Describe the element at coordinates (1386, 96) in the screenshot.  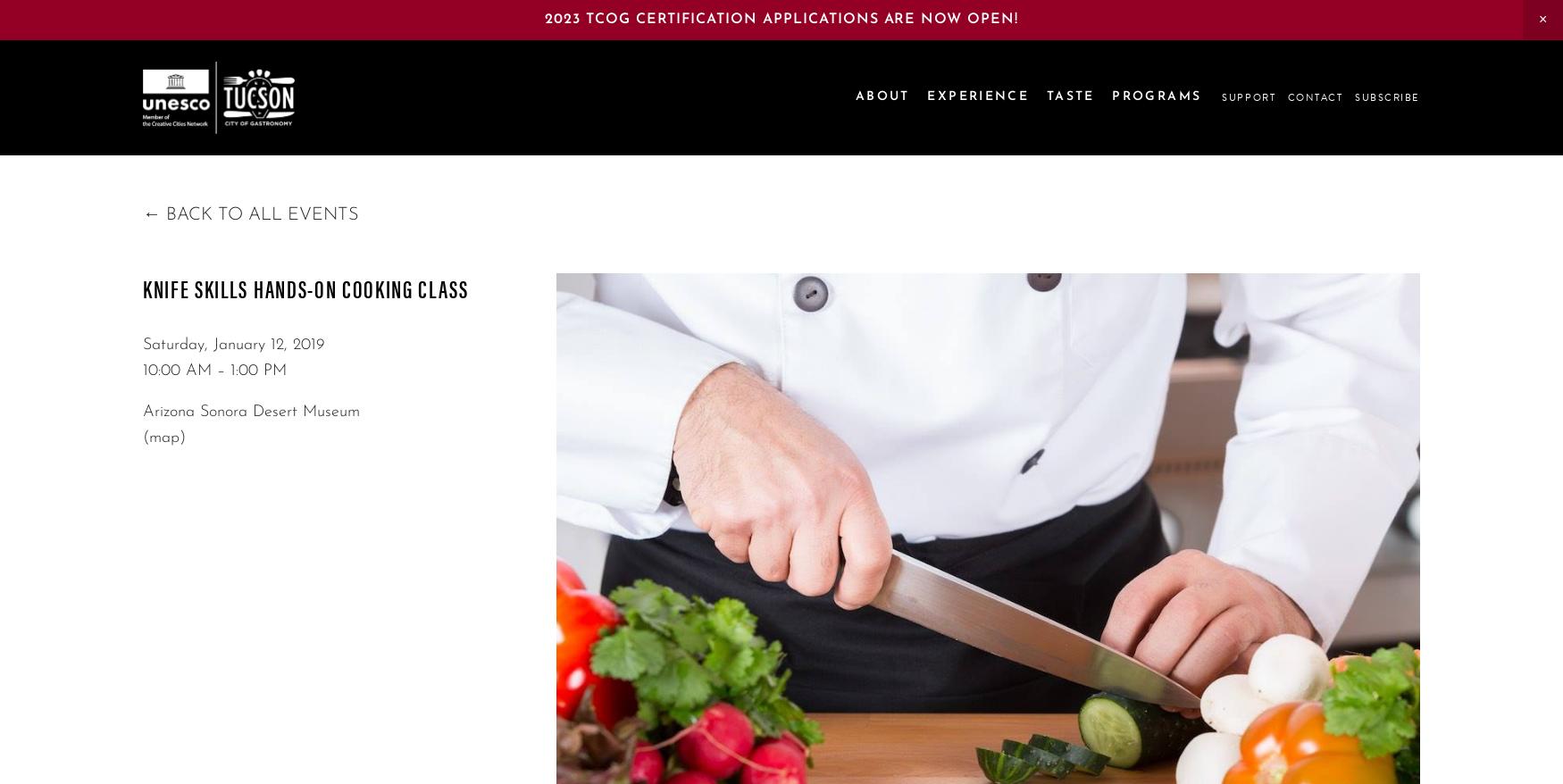
I see `'Subscribe'` at that location.